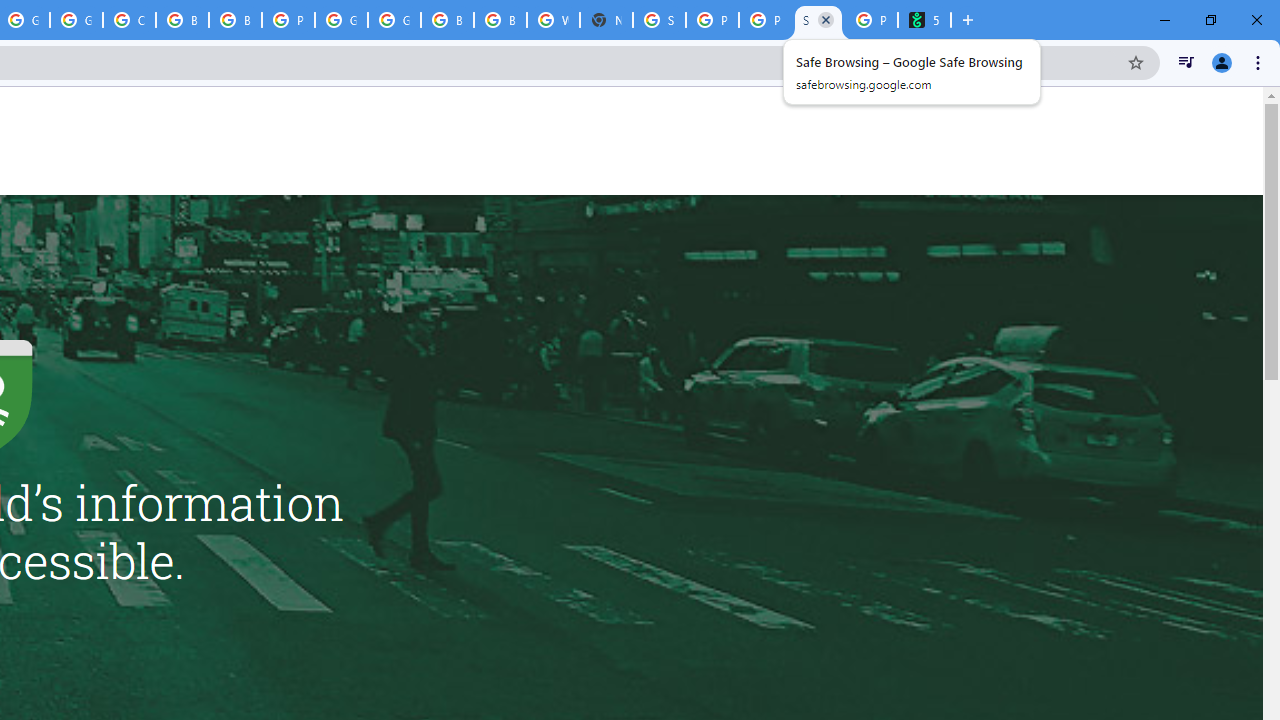 This screenshot has height=720, width=1280. Describe the element at coordinates (659, 20) in the screenshot. I see `'Sign in - Google Accounts'` at that location.